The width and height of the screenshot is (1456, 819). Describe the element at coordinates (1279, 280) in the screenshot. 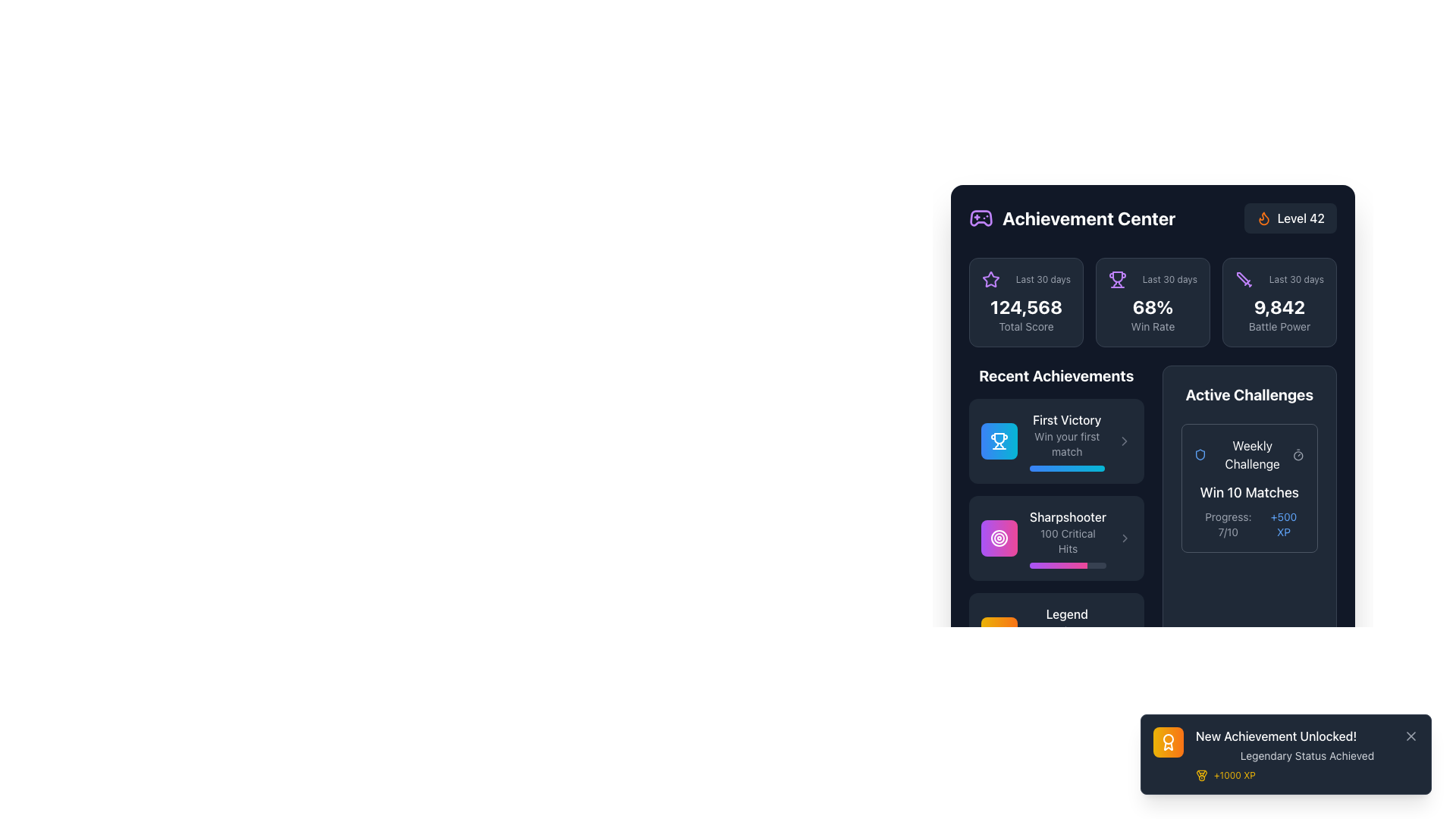

I see `the Text label indicating the timeframe of the last 30 days, located at the top section of a card above the large numerical statistic and the label 'Battle Power'` at that location.